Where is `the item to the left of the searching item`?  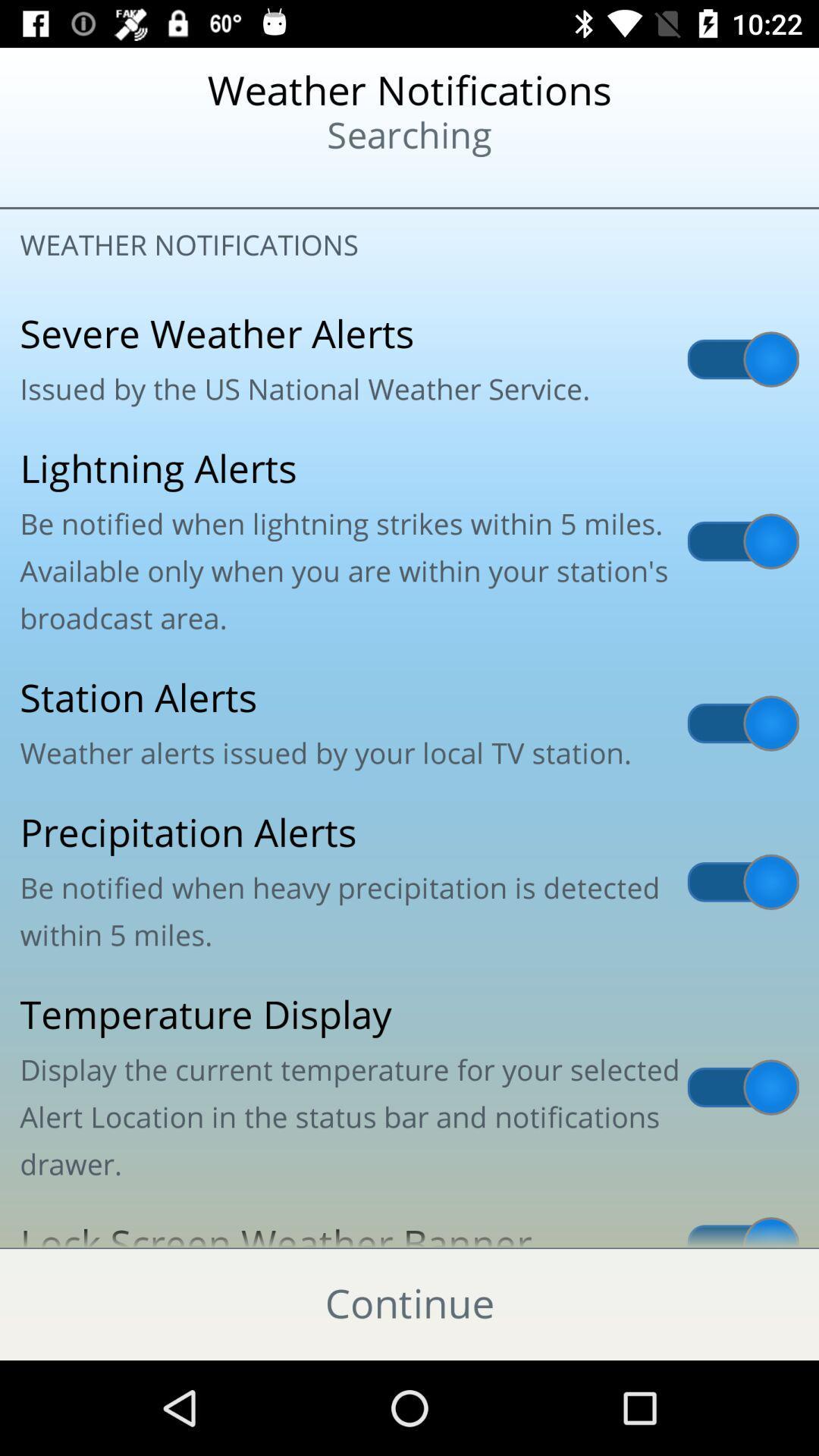
the item to the left of the searching item is located at coordinates (99, 182).